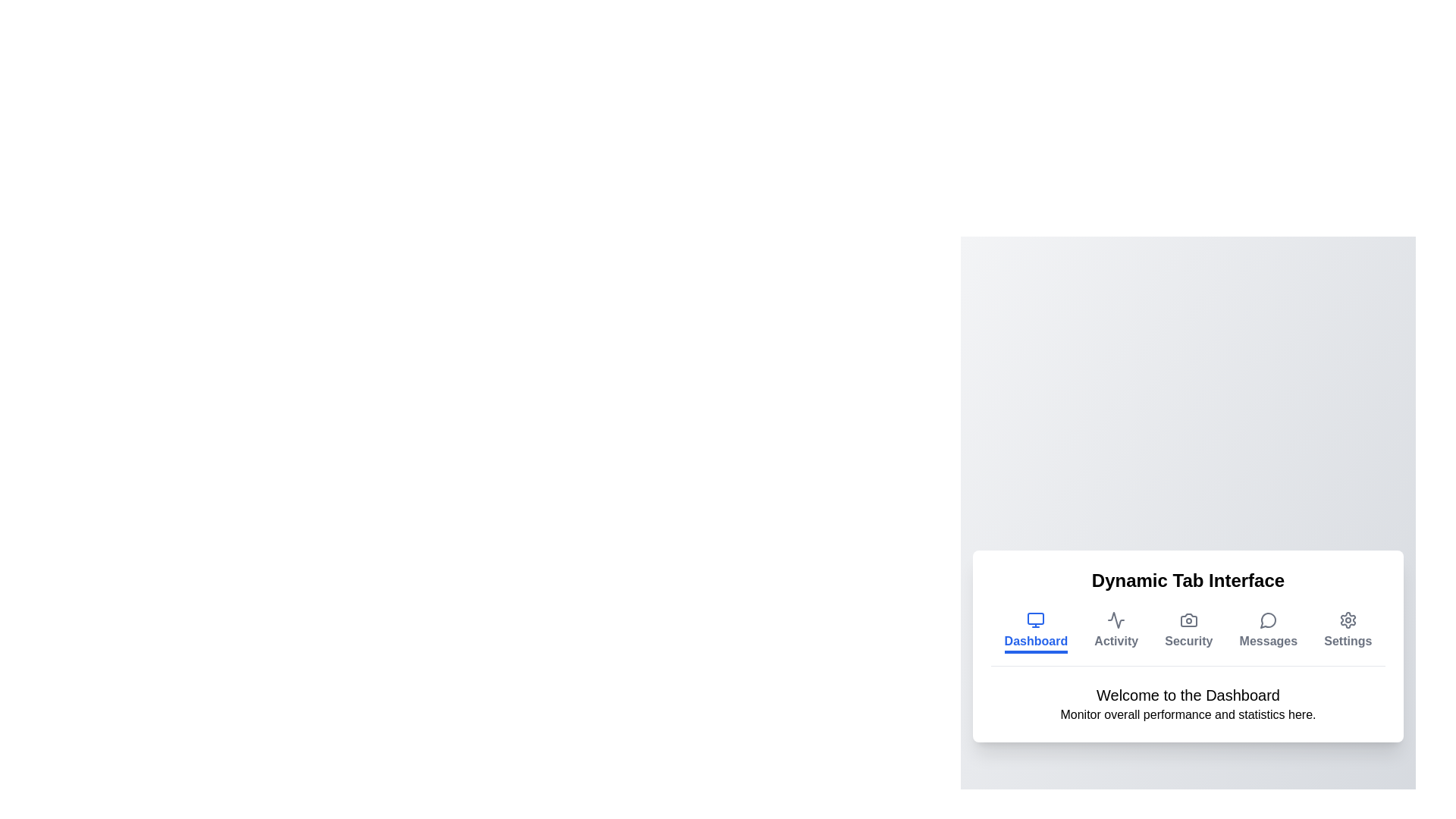 The image size is (1456, 819). I want to click on and interpret the content of the text label that says 'Monitor overall performance and statistics here.', which is centrally aligned beneath the heading 'Welcome to the Dashboard' within the card structure, so click(1187, 714).